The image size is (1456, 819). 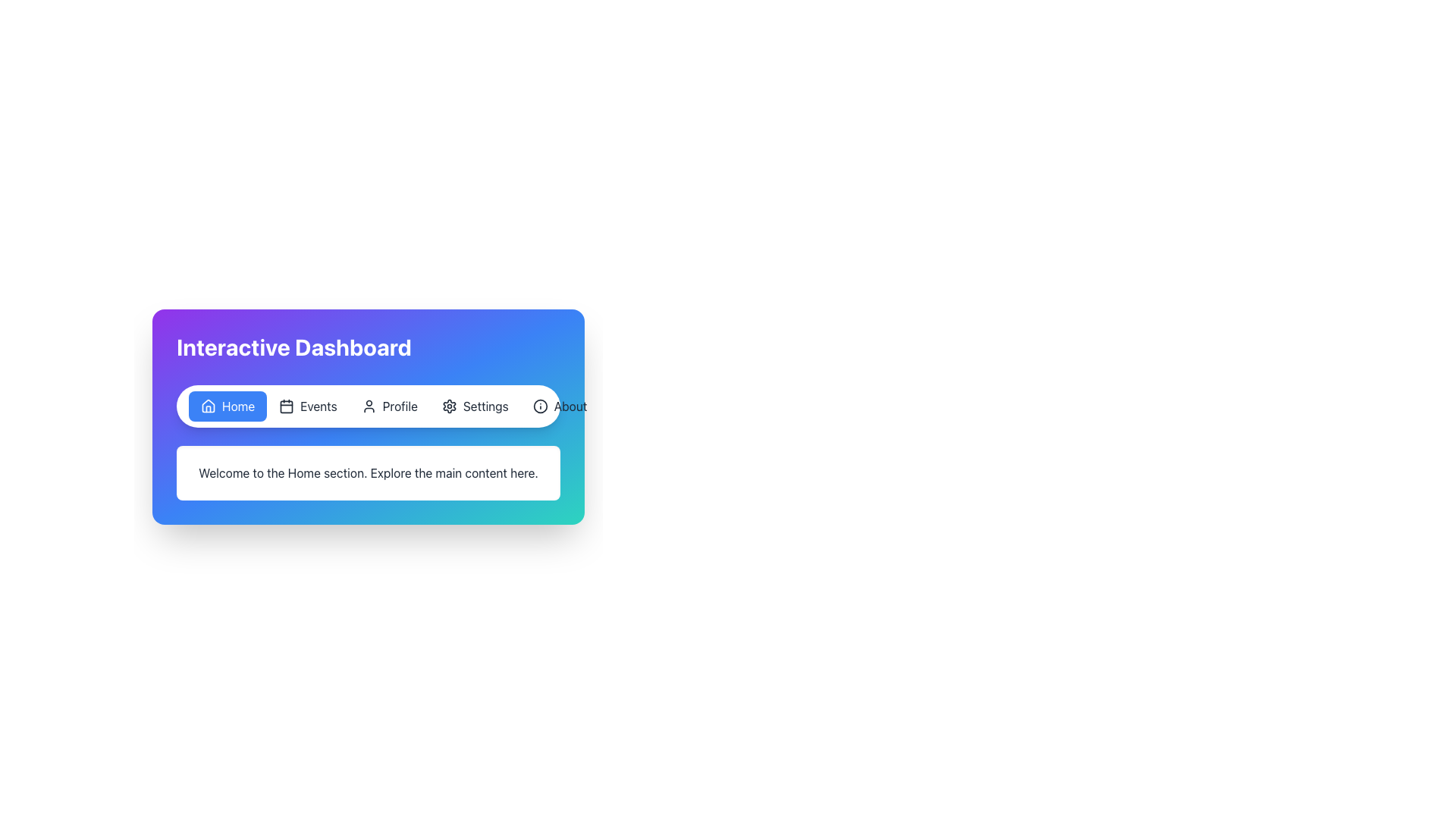 What do you see at coordinates (389, 406) in the screenshot?
I see `the third button in the navigation bar` at bounding box center [389, 406].